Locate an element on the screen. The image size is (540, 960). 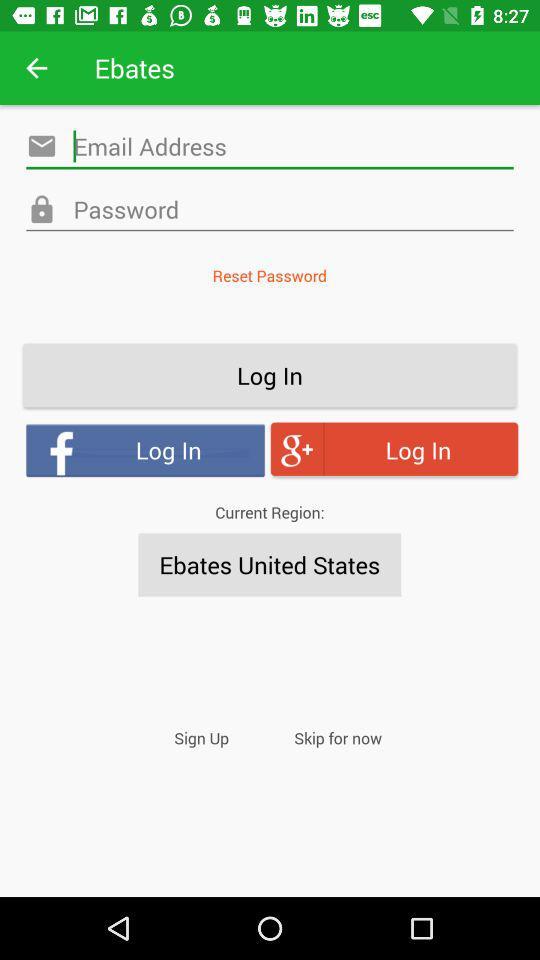
sign up icon is located at coordinates (201, 737).